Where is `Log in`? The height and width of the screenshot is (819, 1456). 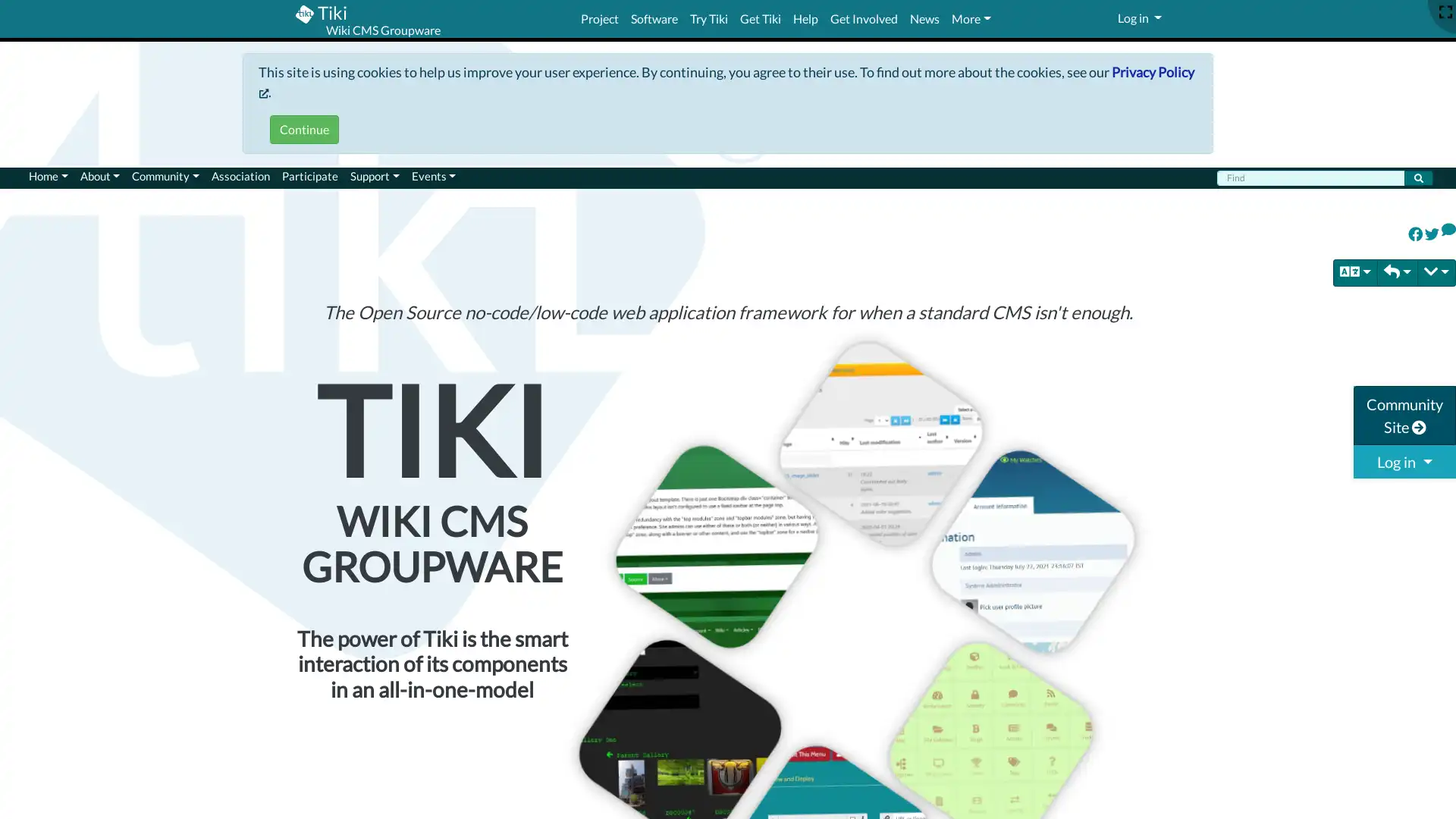
Log in is located at coordinates (1139, 17).